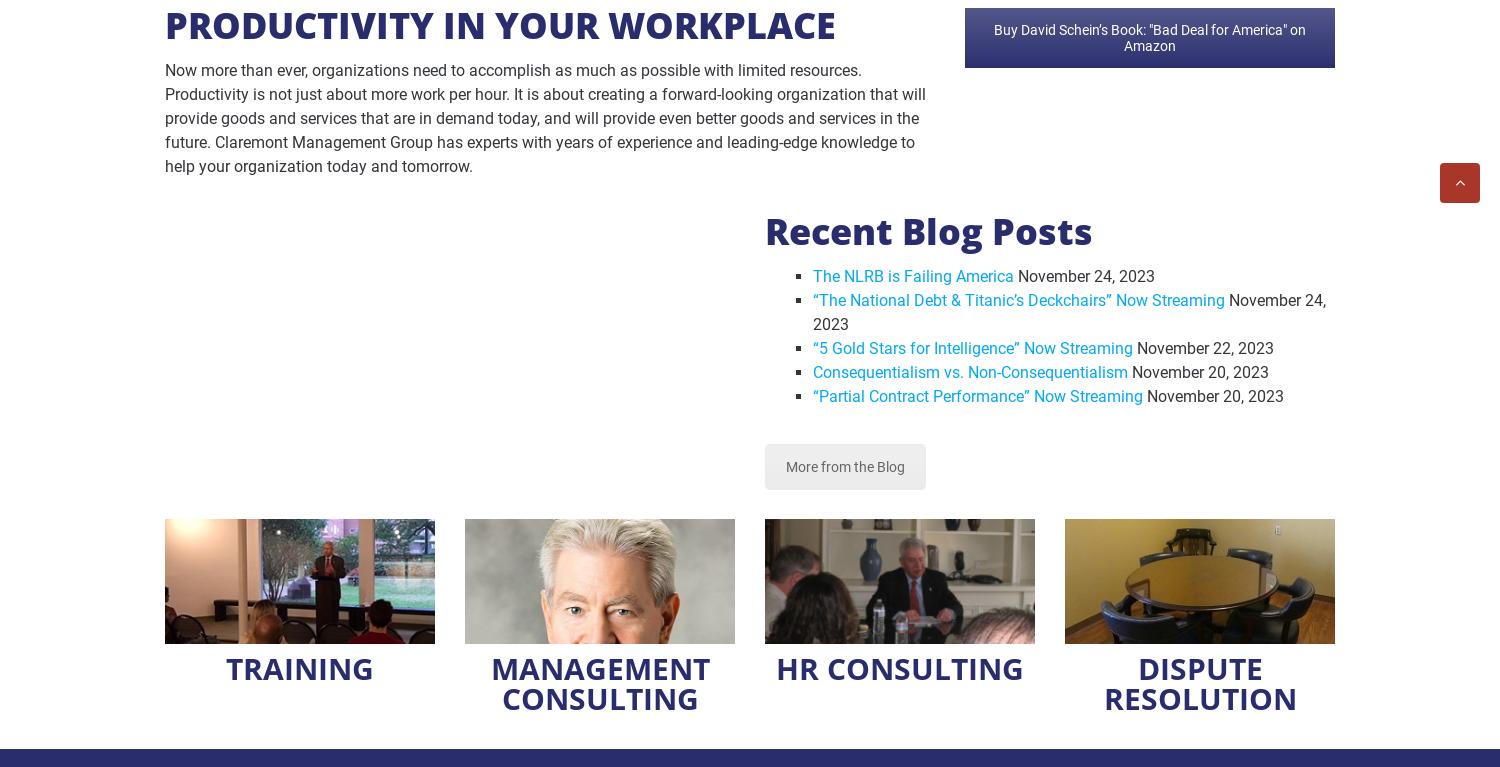 The height and width of the screenshot is (767, 1500). I want to click on 'today and tomorrow.', so click(397, 165).